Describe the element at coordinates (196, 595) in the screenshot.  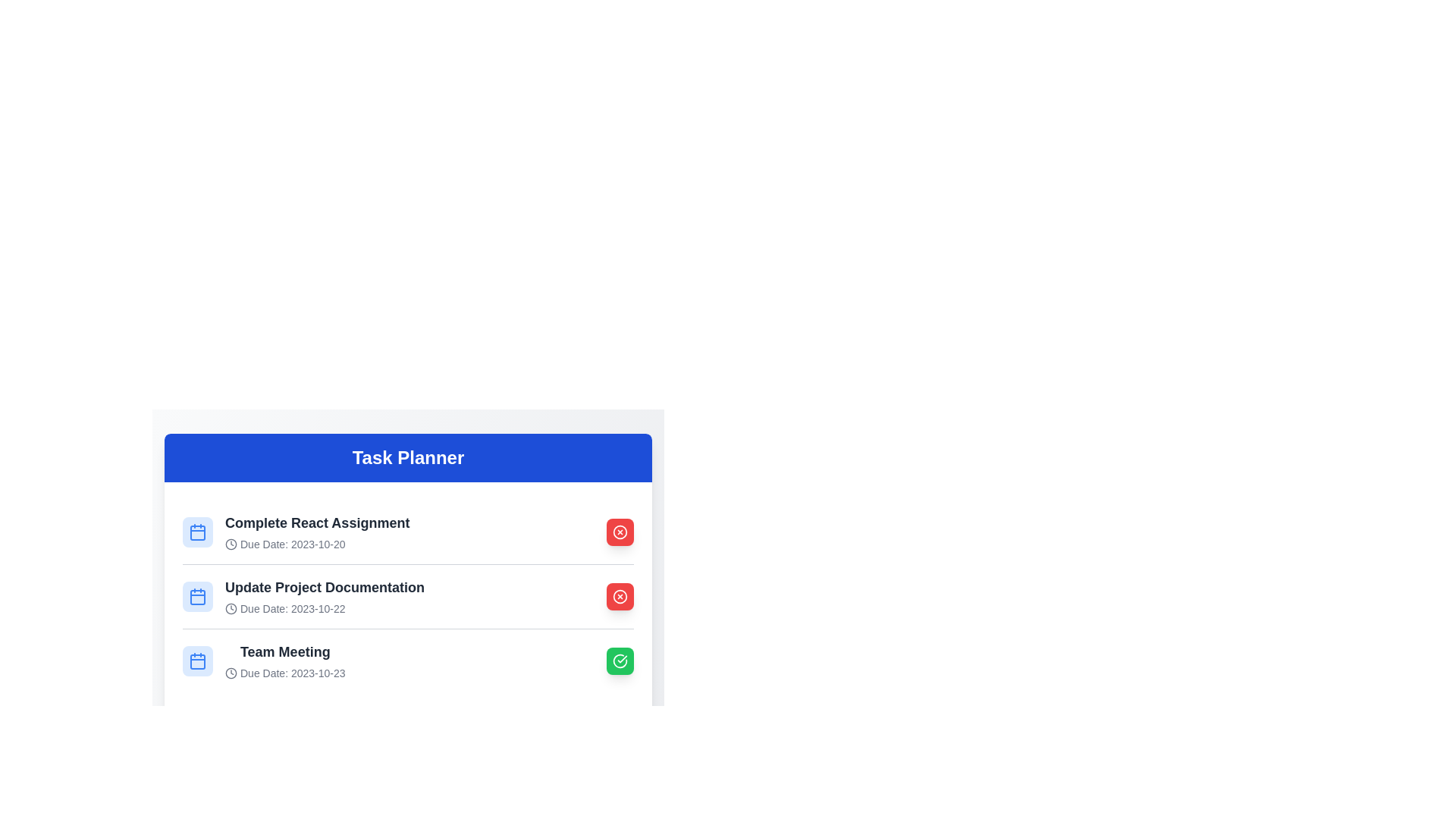
I see `the small rounded rectangle icon with a light blue background containing a blue outlined calendar icon, positioned to the left of the text 'Update Project Documentation' in the second row of task items in the 'Task Planner' section` at that location.